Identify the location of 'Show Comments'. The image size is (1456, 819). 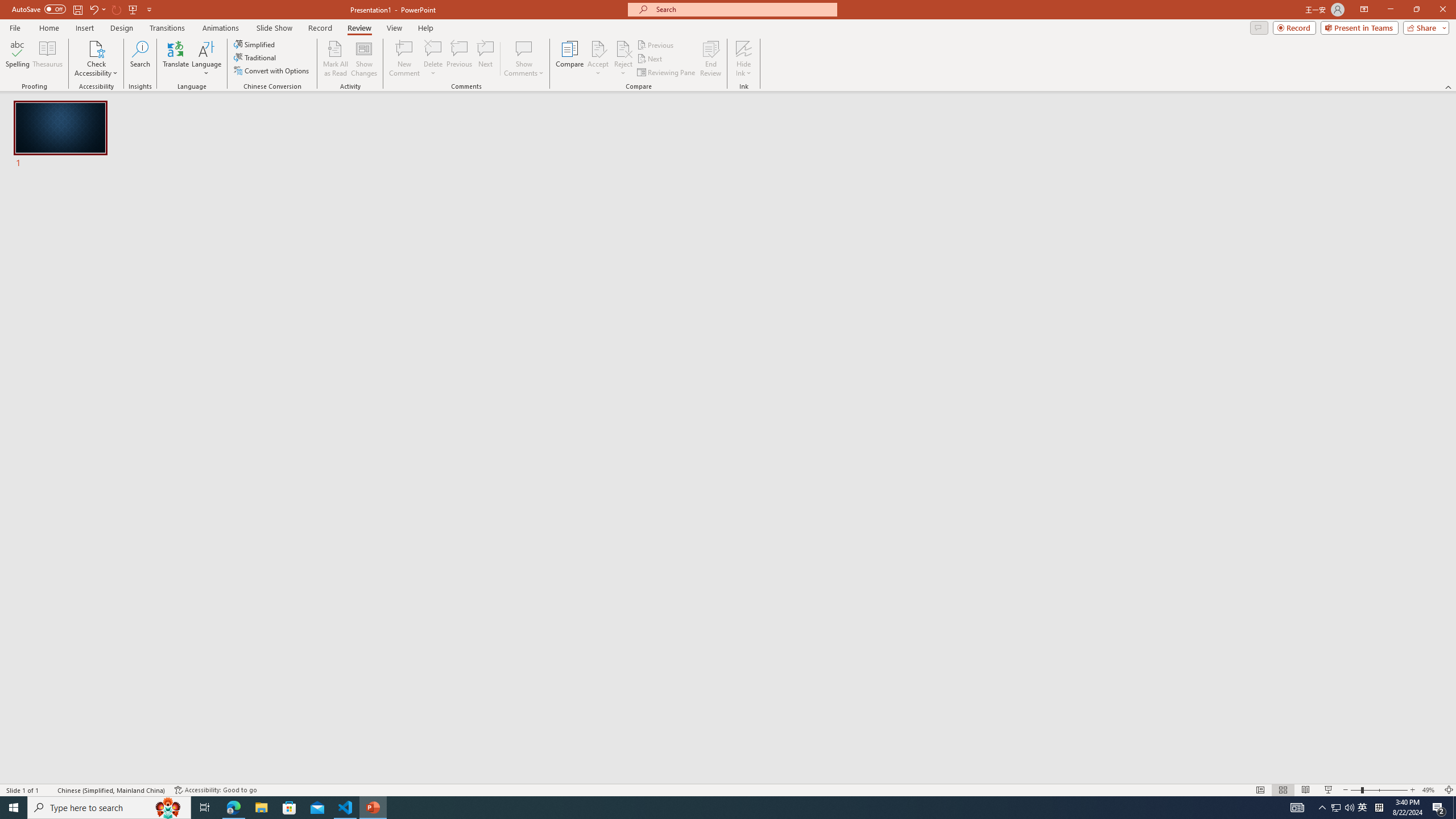
(524, 48).